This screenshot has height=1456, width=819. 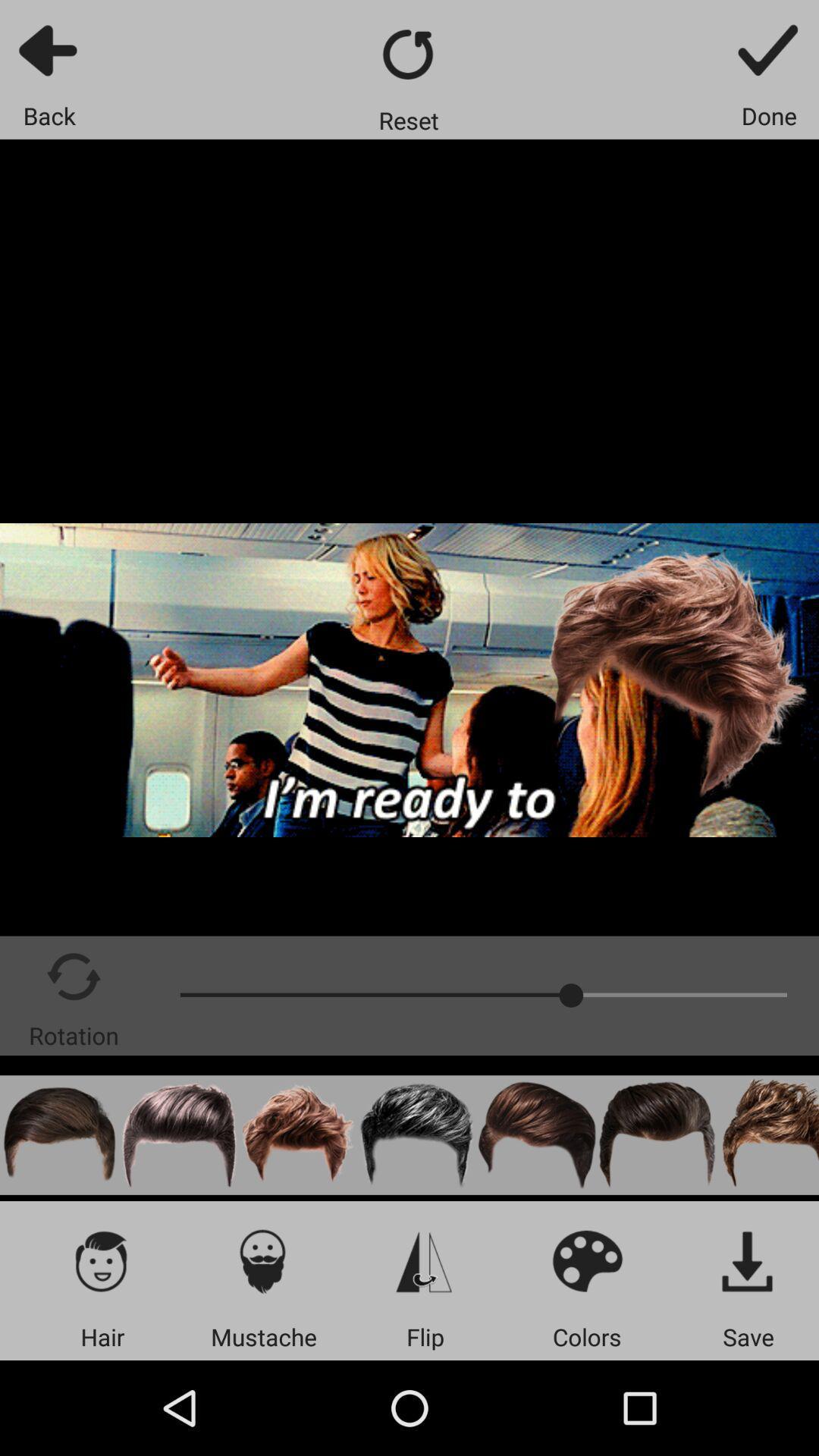 I want to click on change hair style, so click(x=767, y=1135).